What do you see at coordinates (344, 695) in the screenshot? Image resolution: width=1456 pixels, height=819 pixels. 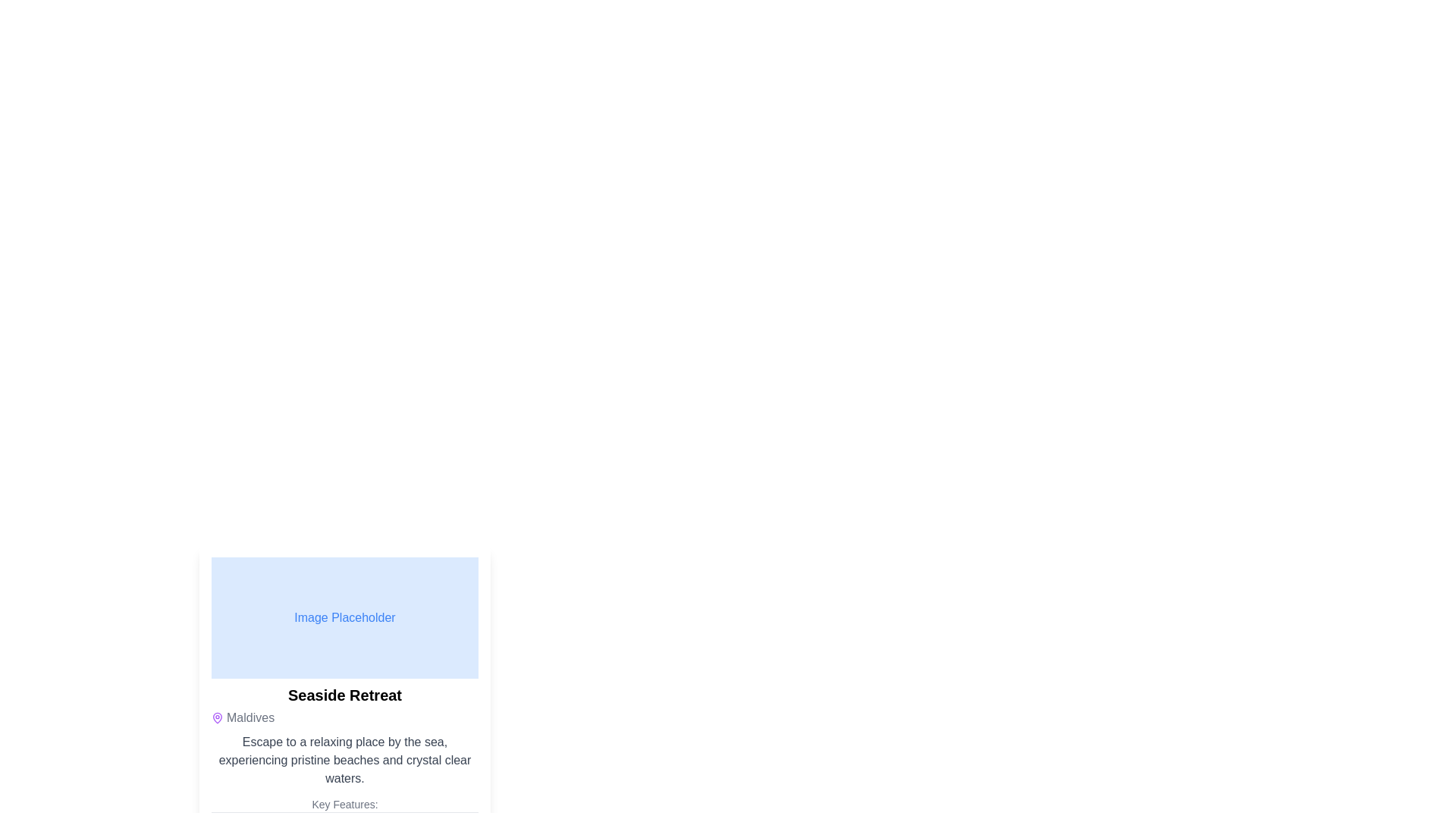 I see `the Text Label indicating the title 'Seaside Retreat' located in the central region of the interface` at bounding box center [344, 695].